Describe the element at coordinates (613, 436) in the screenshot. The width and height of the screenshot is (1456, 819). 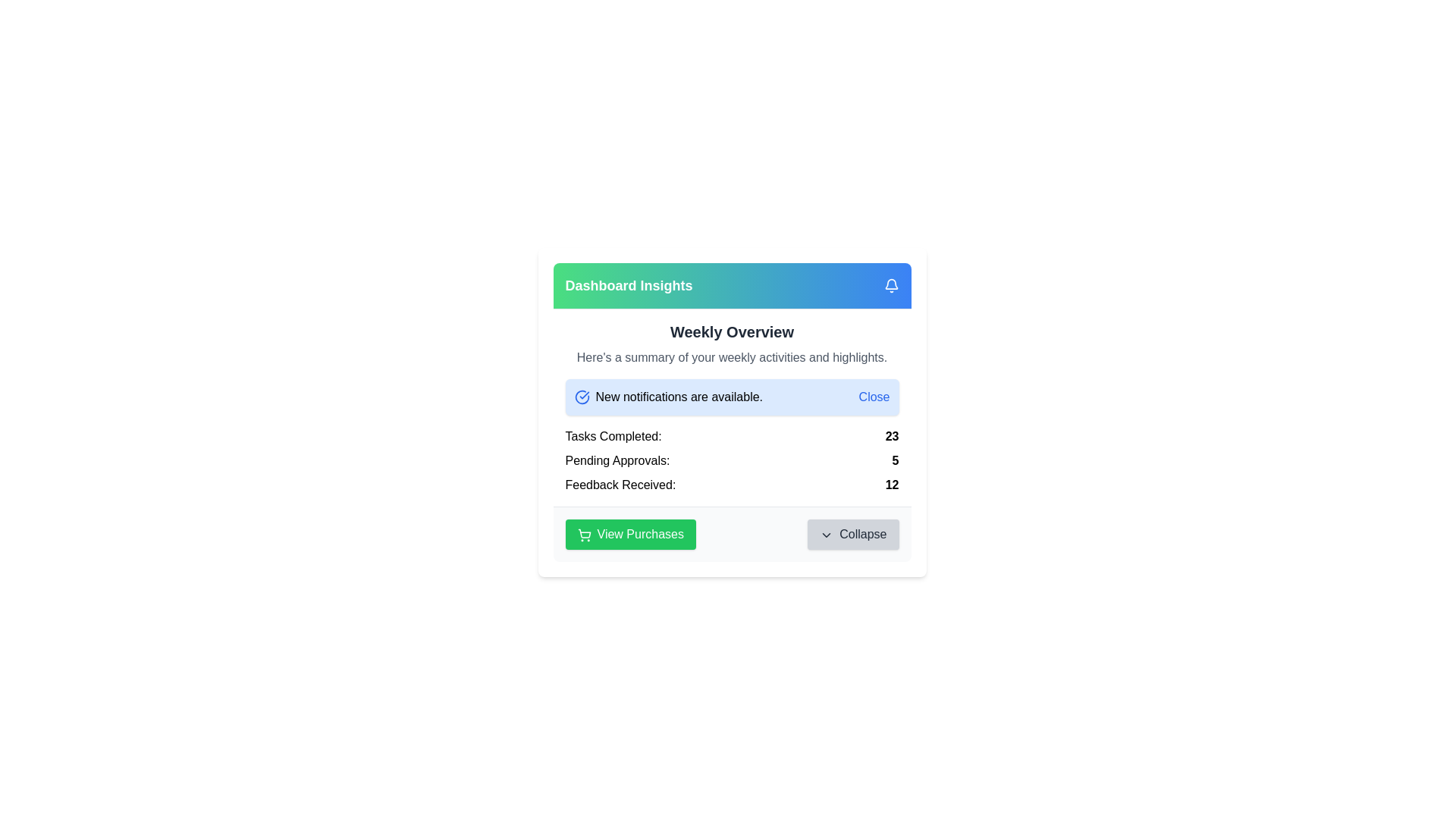
I see `the 'Tasks Completed:' label which is styled in bold black font and located in the second row of the white card layout under 'Weekly Overview'` at that location.